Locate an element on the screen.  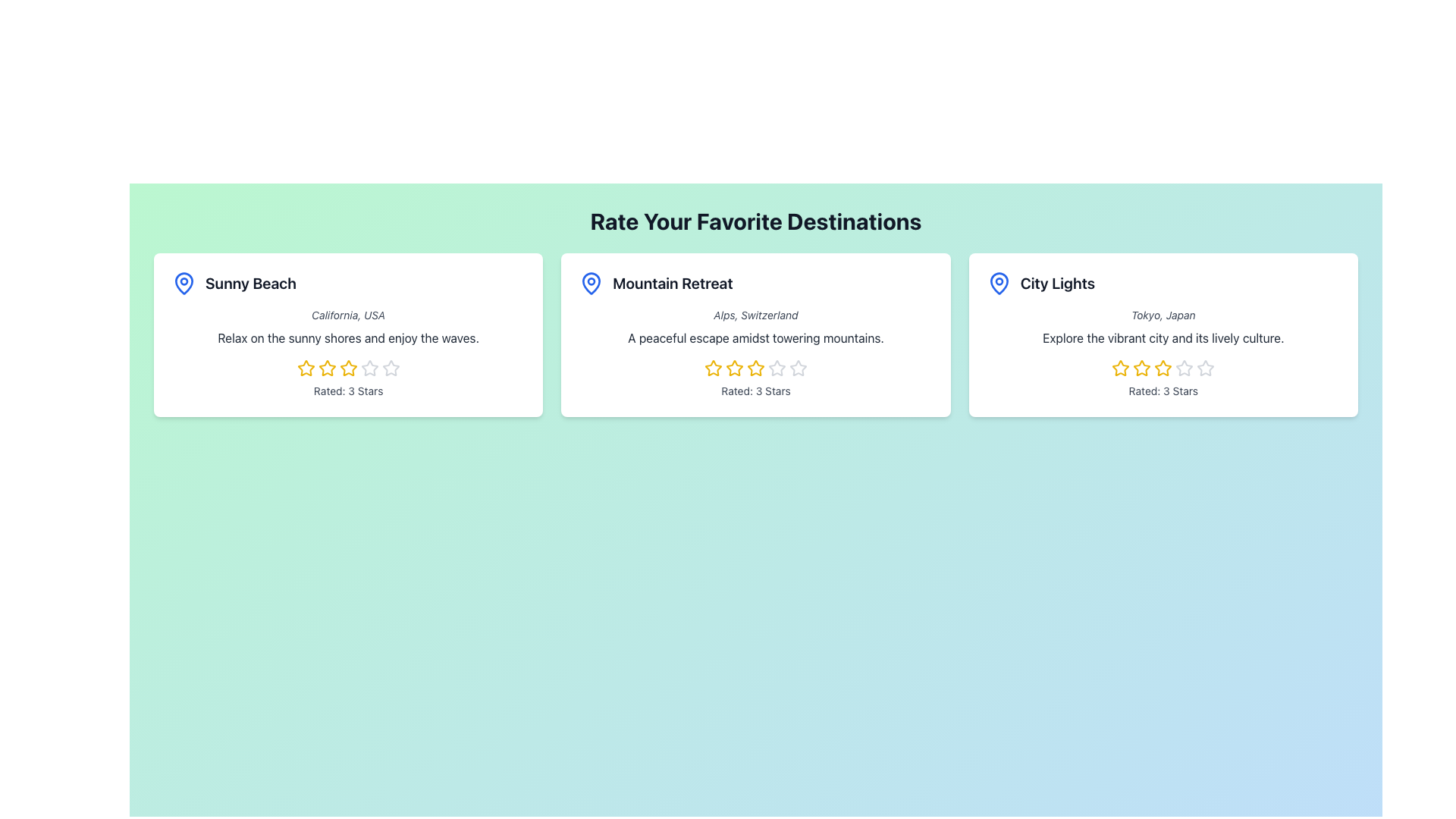
the text label that provides a descriptive summary of the 3-star rating score for the 'Mountain Retreat' destination, located in the middle section of the card below the rating stars is located at coordinates (756, 391).